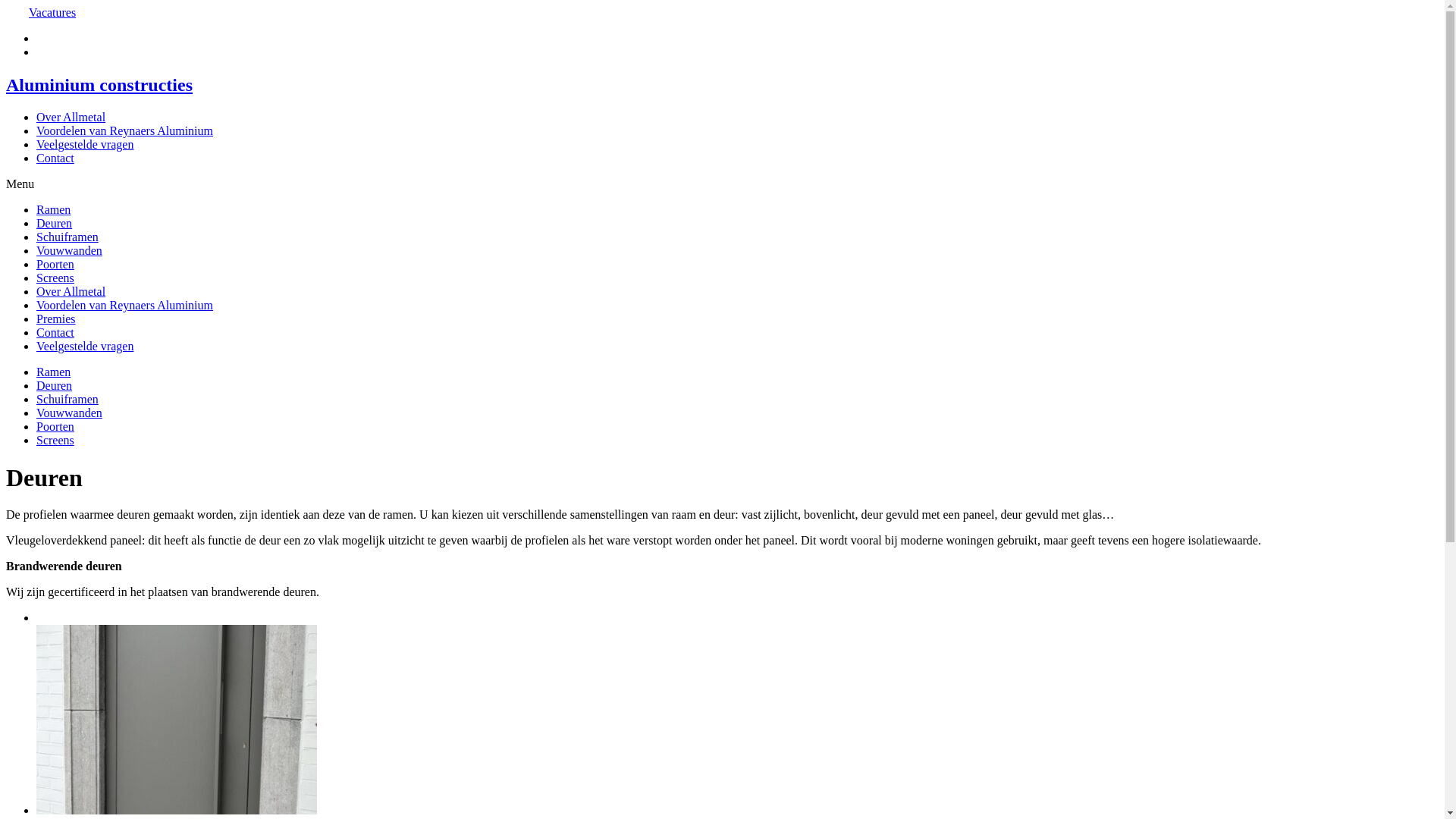 Image resolution: width=1456 pixels, height=819 pixels. I want to click on 'Over Allmetal', so click(36, 116).